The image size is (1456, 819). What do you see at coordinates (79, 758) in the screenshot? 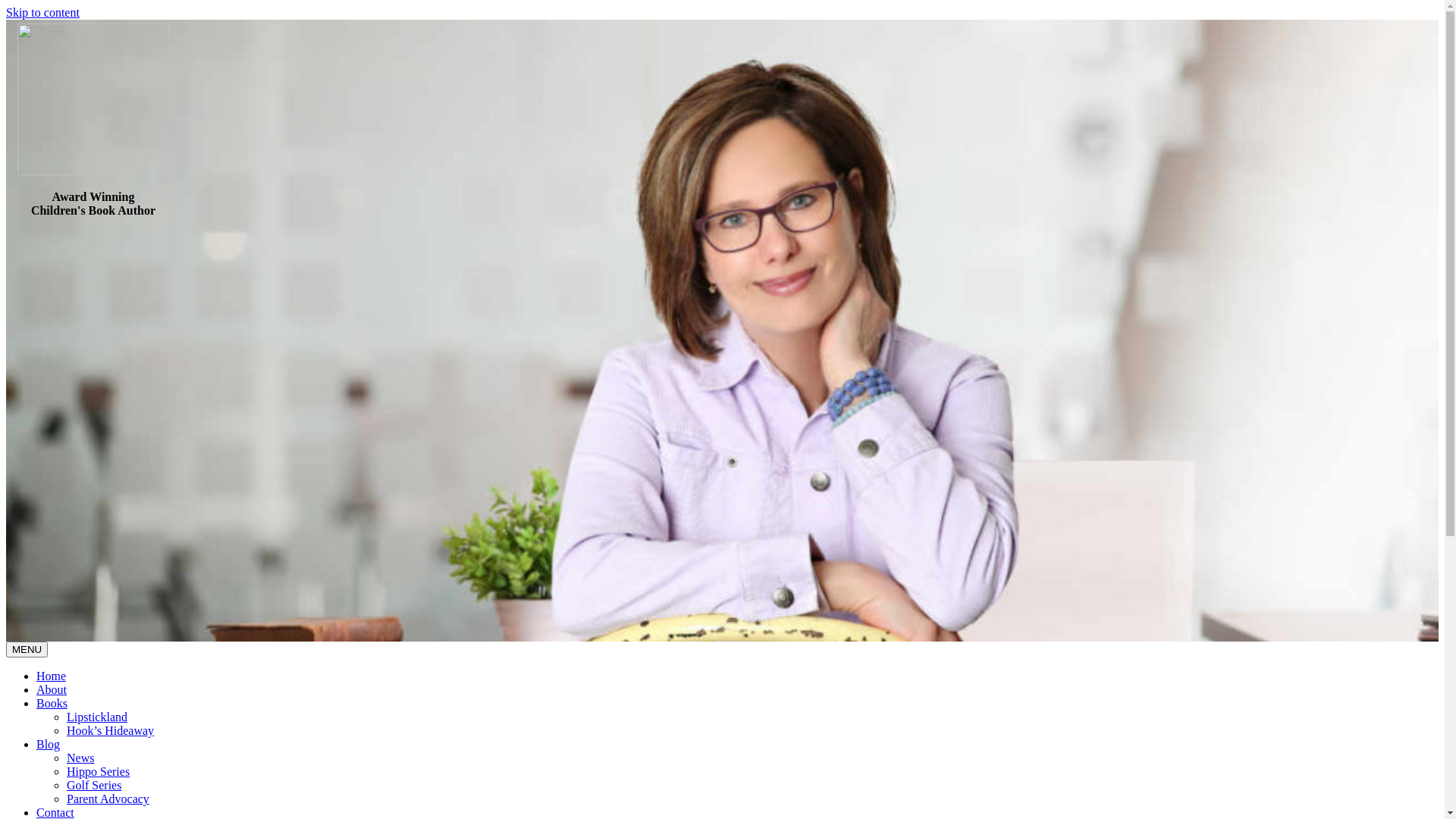
I see `'News'` at bounding box center [79, 758].